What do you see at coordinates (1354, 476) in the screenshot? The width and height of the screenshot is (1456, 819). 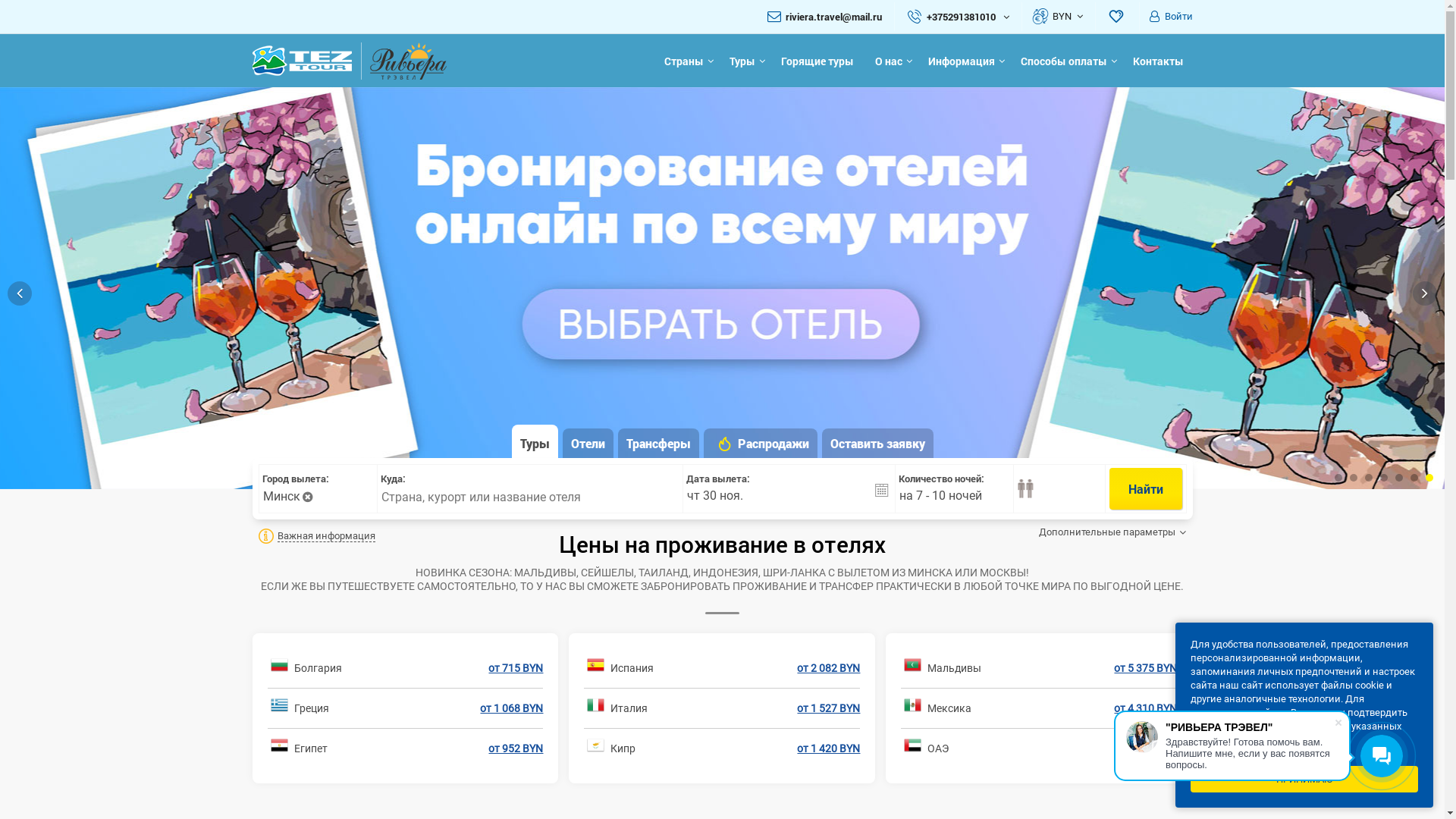 I see `'2'` at bounding box center [1354, 476].